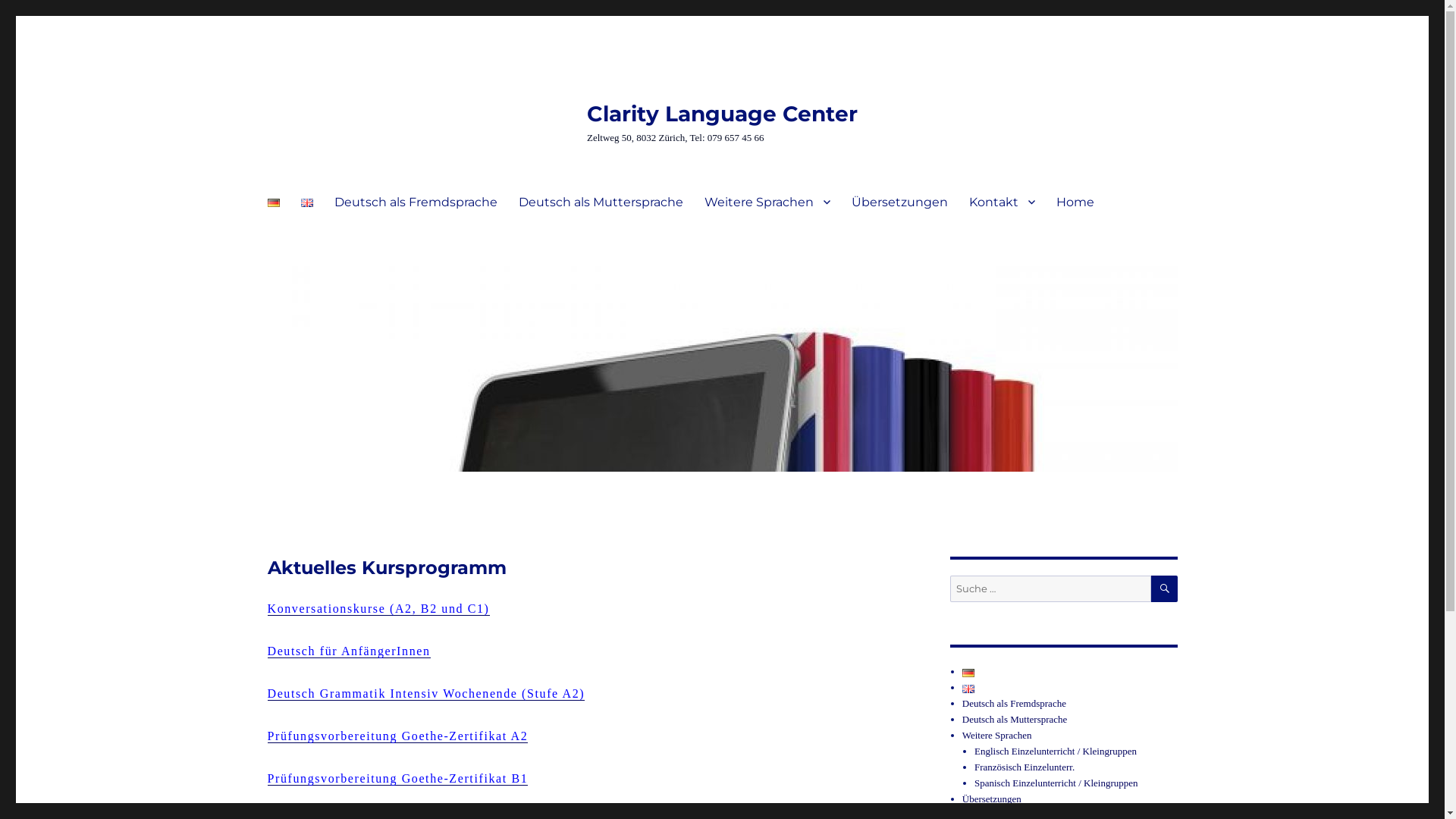 This screenshot has width=1456, height=819. I want to click on 'Englisch Einzelunterricht / Kleingruppen', so click(1055, 751).